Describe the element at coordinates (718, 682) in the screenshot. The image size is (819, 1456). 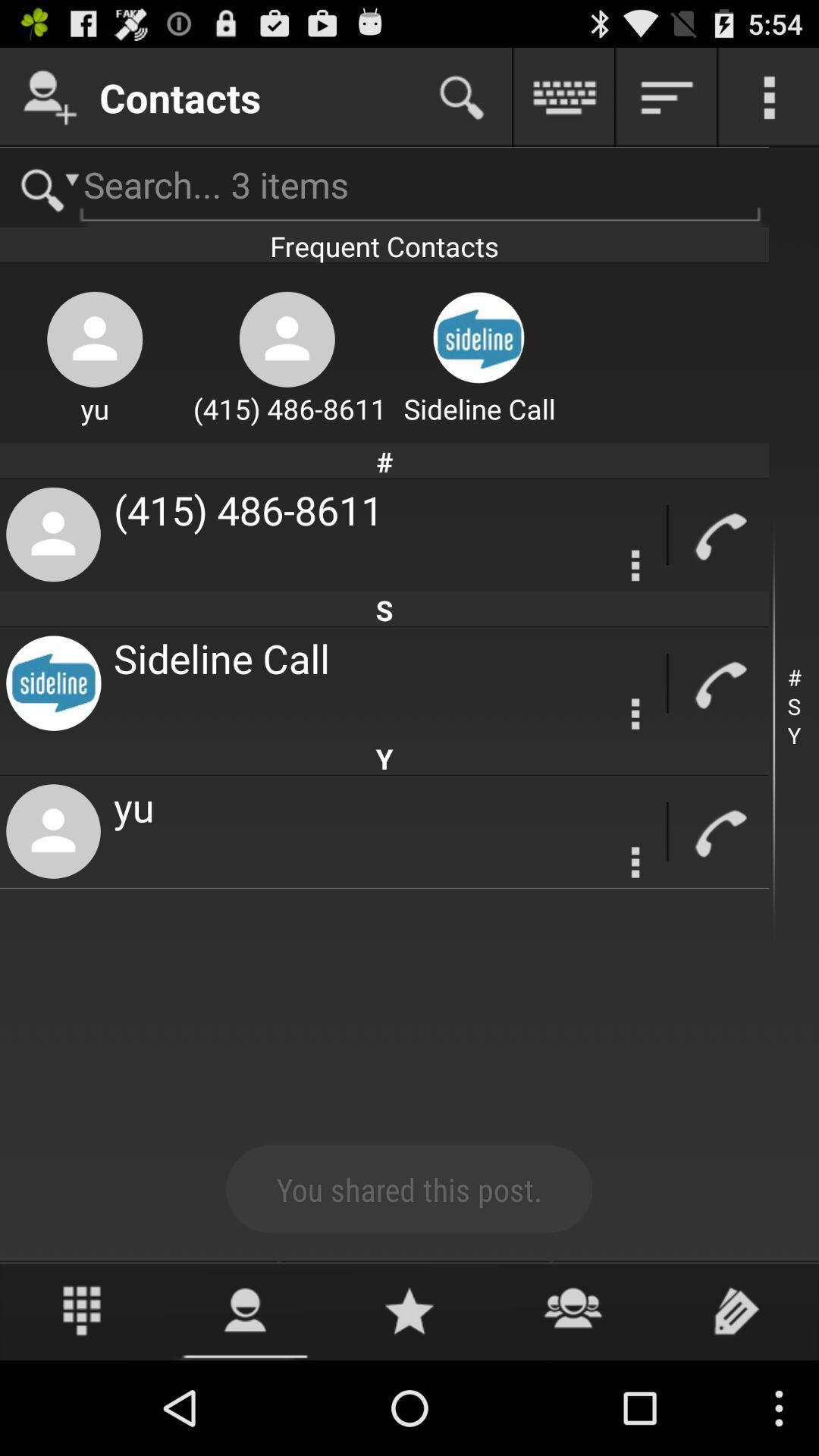
I see `start the call` at that location.